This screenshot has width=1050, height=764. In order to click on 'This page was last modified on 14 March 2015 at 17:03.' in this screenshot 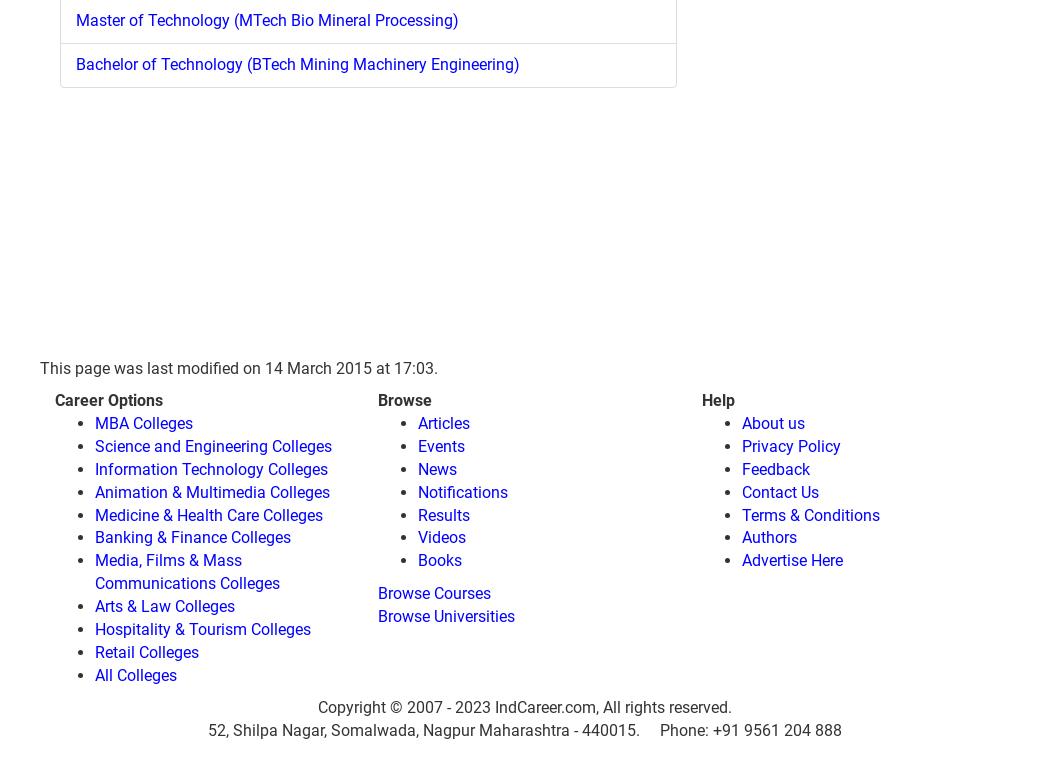, I will do `click(238, 367)`.